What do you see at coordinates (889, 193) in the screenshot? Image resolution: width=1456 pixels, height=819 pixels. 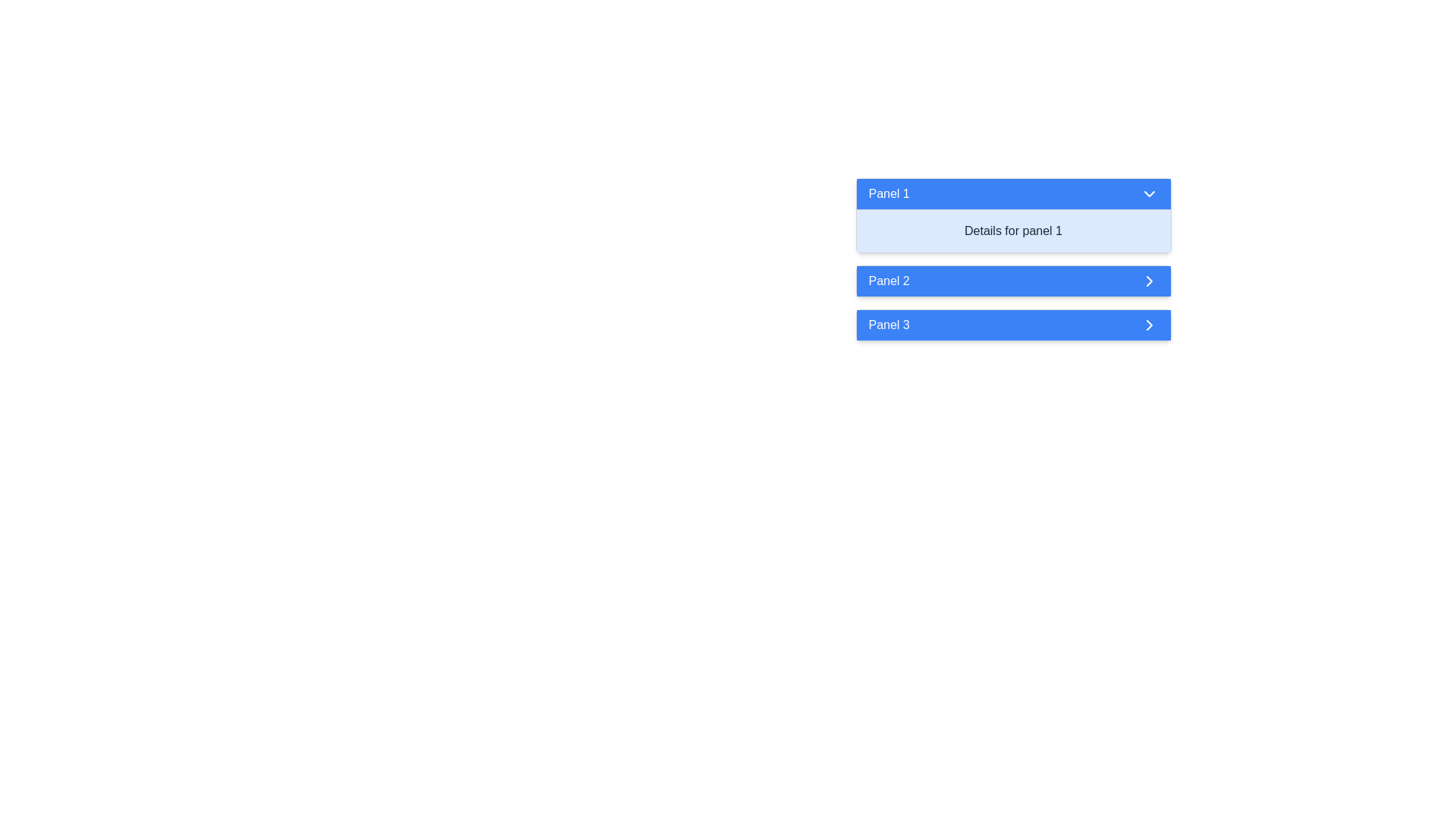 I see `the 'Panel 1' label located in the top panel header, positioned towards the left of the panel title` at bounding box center [889, 193].